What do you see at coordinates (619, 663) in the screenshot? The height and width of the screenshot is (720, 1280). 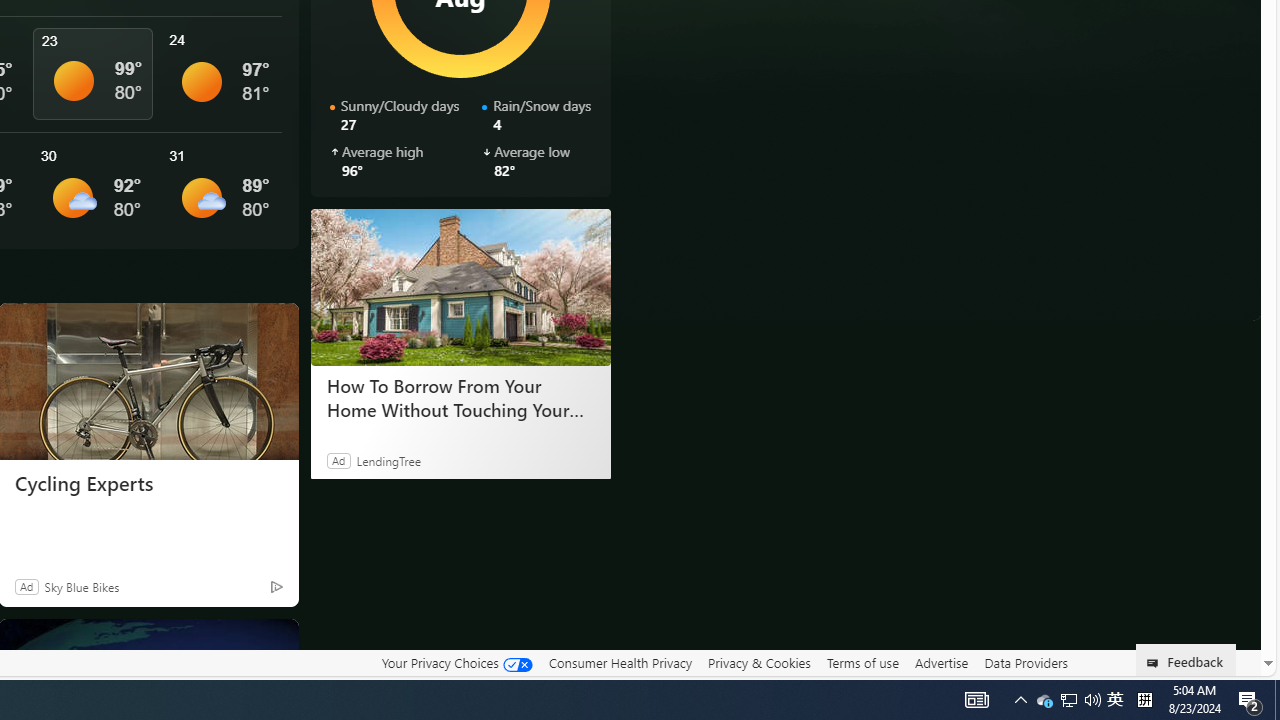 I see `'Consumer Health Privacy'` at bounding box center [619, 663].